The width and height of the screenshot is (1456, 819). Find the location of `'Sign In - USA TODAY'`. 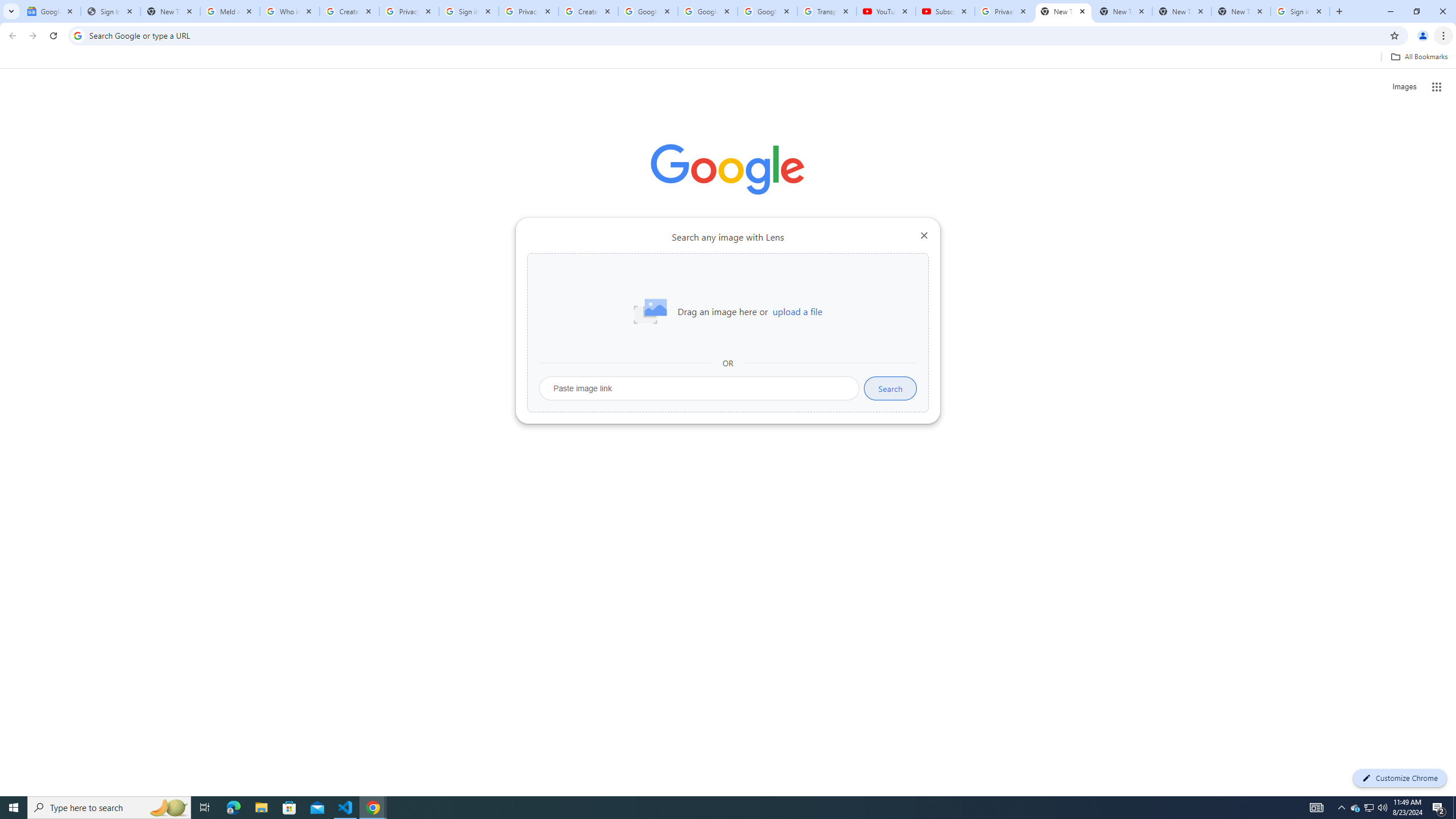

'Sign In - USA TODAY' is located at coordinates (110, 11).